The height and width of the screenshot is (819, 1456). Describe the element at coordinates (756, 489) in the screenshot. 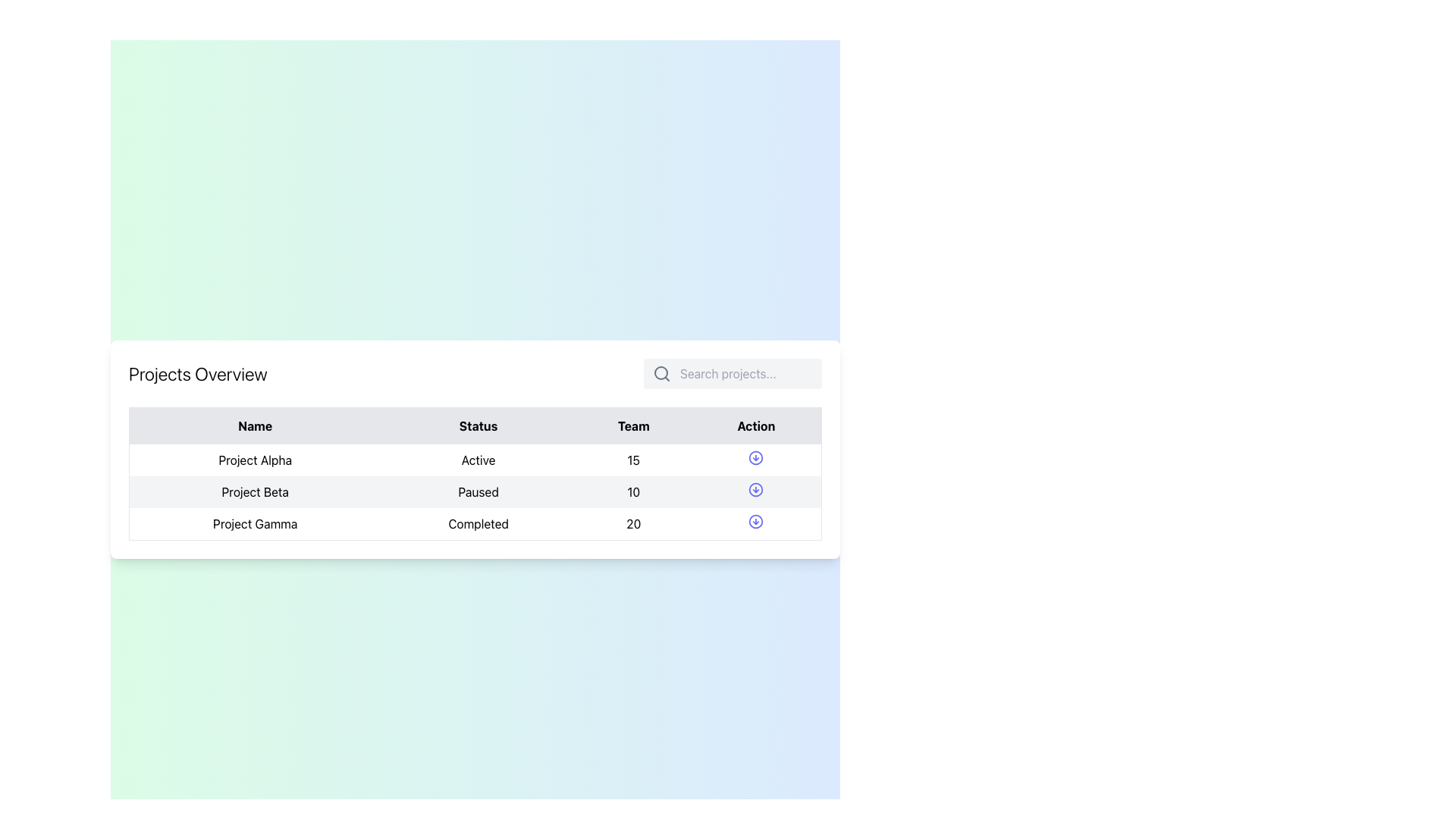

I see `the filled circular element inside the 'circle-arrow-down' icon in the 'Action' column for 'Project Beta'` at that location.